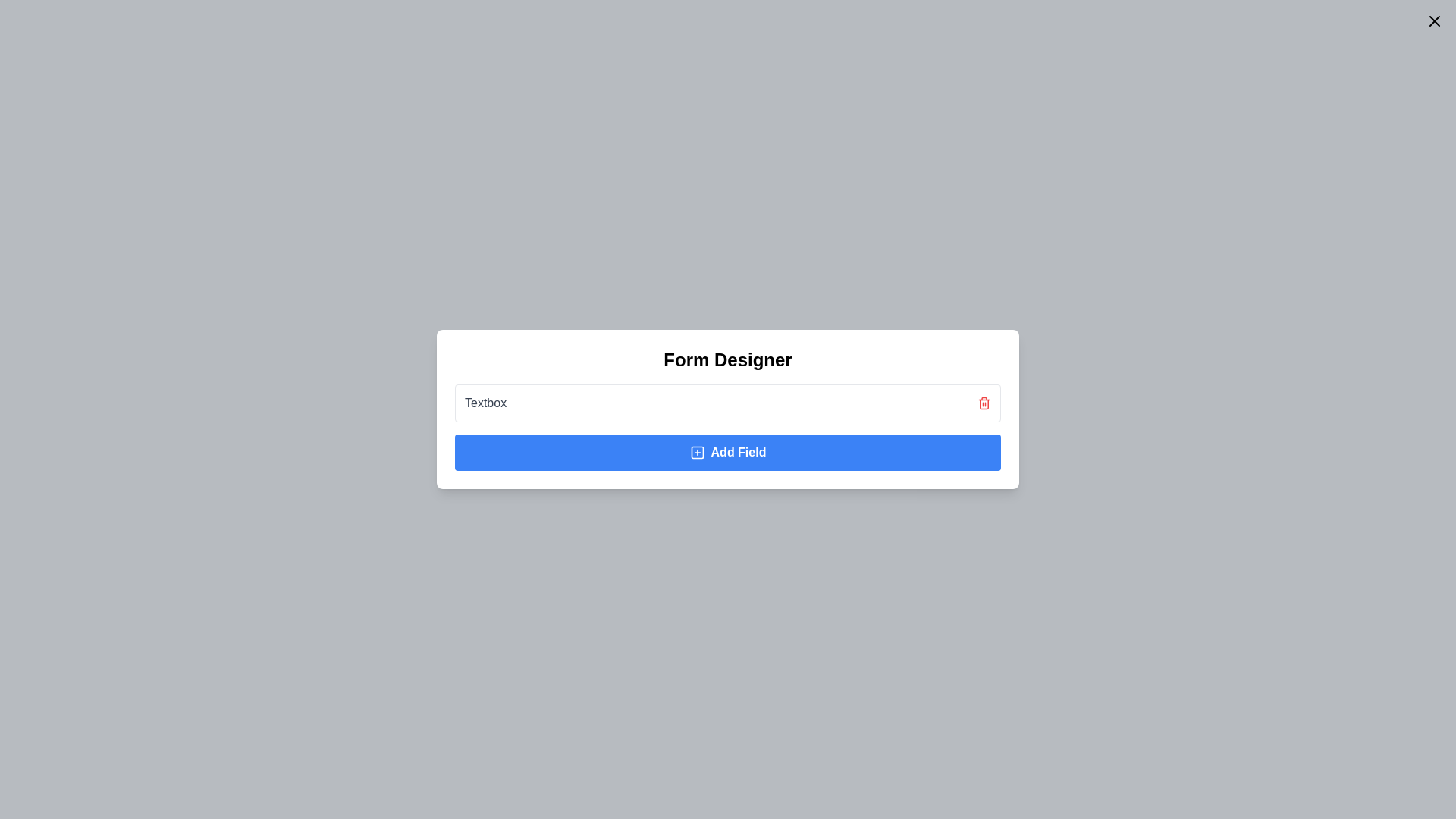  What do you see at coordinates (728, 427) in the screenshot?
I see `the compound UI component consisting of the label 'Textbox' and the blue button labeled 'Add Field' for additional interactions` at bounding box center [728, 427].